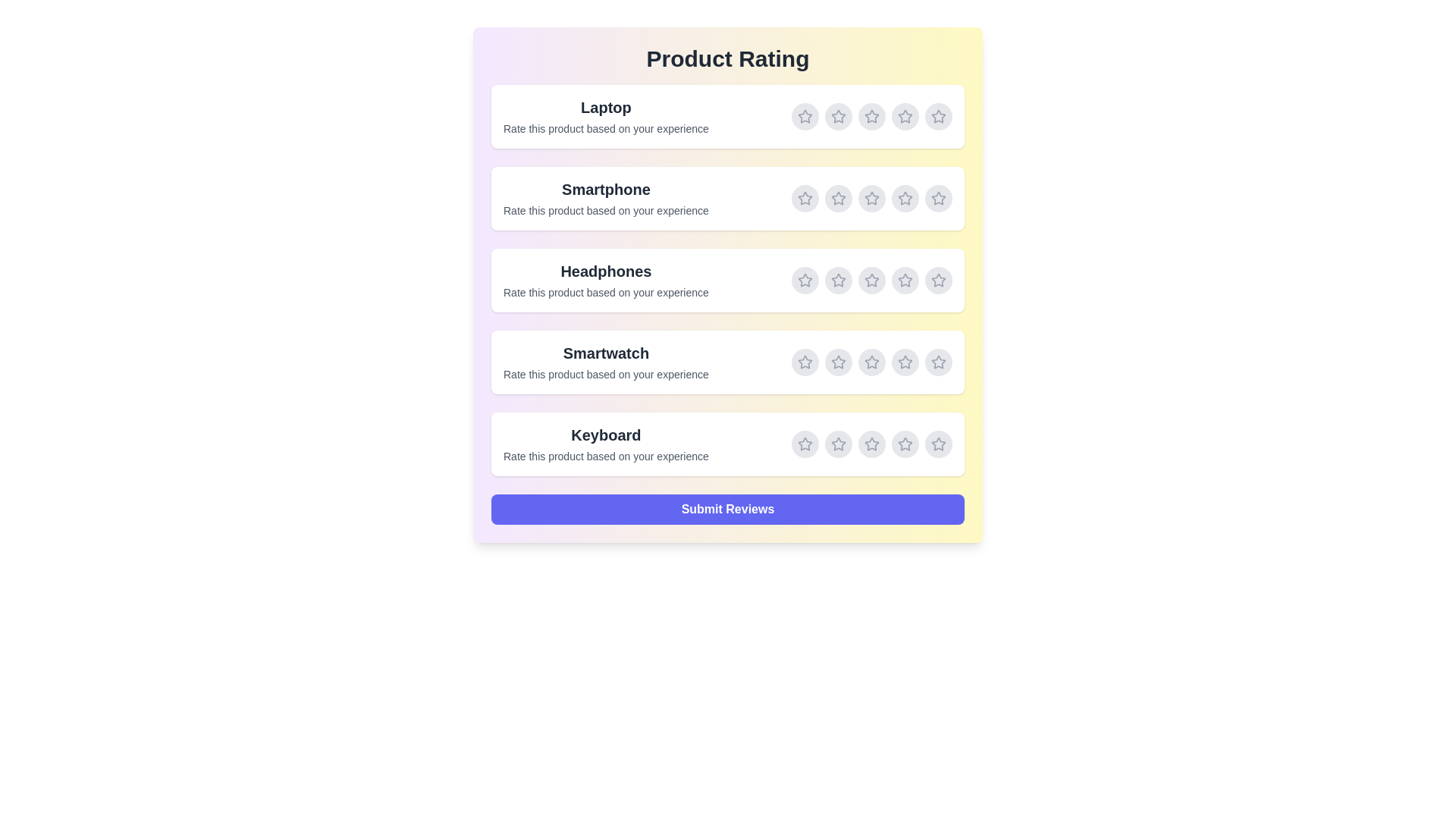 Image resolution: width=1456 pixels, height=819 pixels. What do you see at coordinates (872, 198) in the screenshot?
I see `the rating for Smartphone to 3 stars` at bounding box center [872, 198].